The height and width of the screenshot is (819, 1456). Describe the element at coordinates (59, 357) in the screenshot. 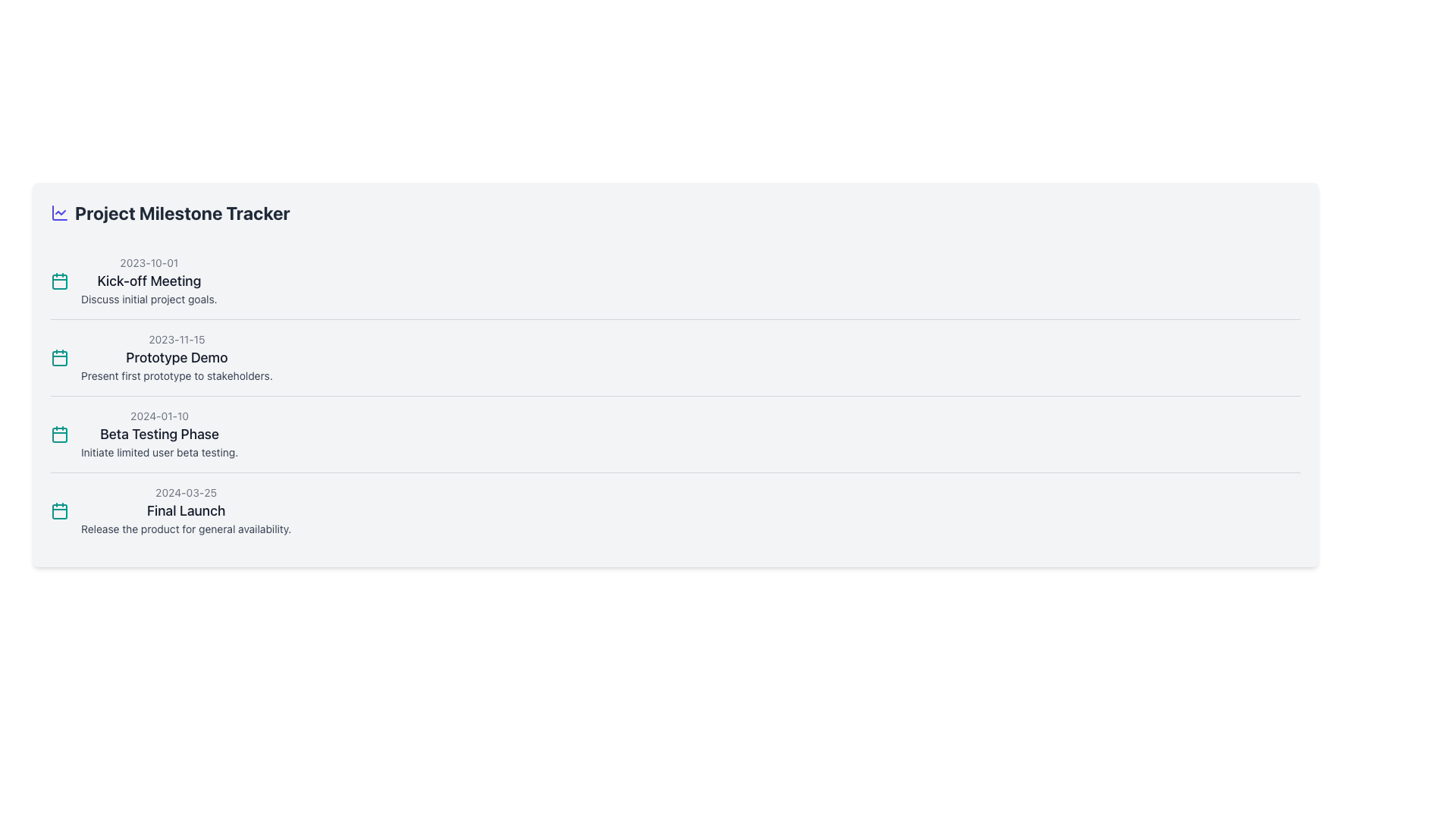

I see `the teal green calendar icon, which is a square with rounded corners and is located to the left of the 'Prototype Demo' milestone row, preceding the date '2023-11-15'` at that location.